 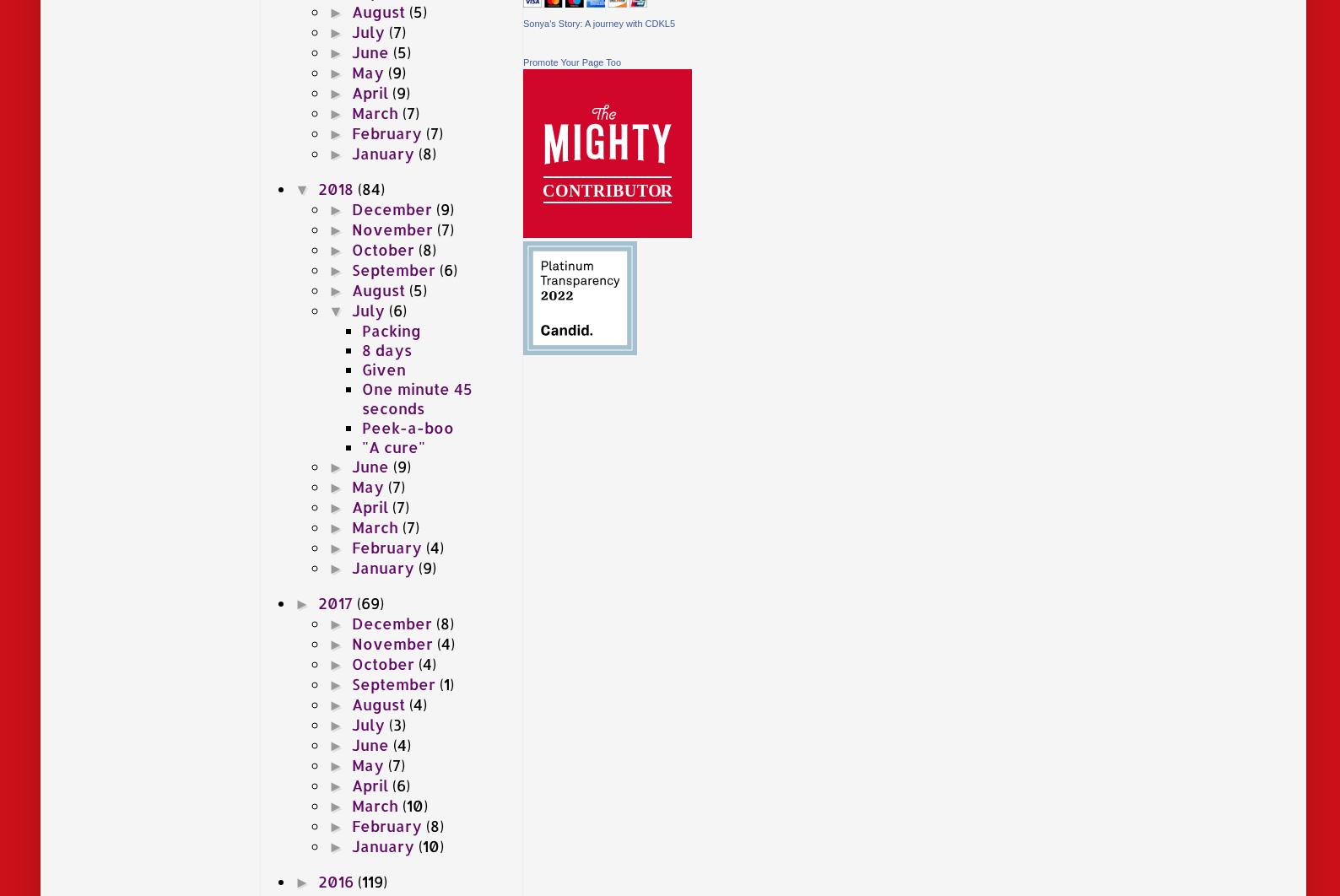 What do you see at coordinates (369, 602) in the screenshot?
I see `'(69)'` at bounding box center [369, 602].